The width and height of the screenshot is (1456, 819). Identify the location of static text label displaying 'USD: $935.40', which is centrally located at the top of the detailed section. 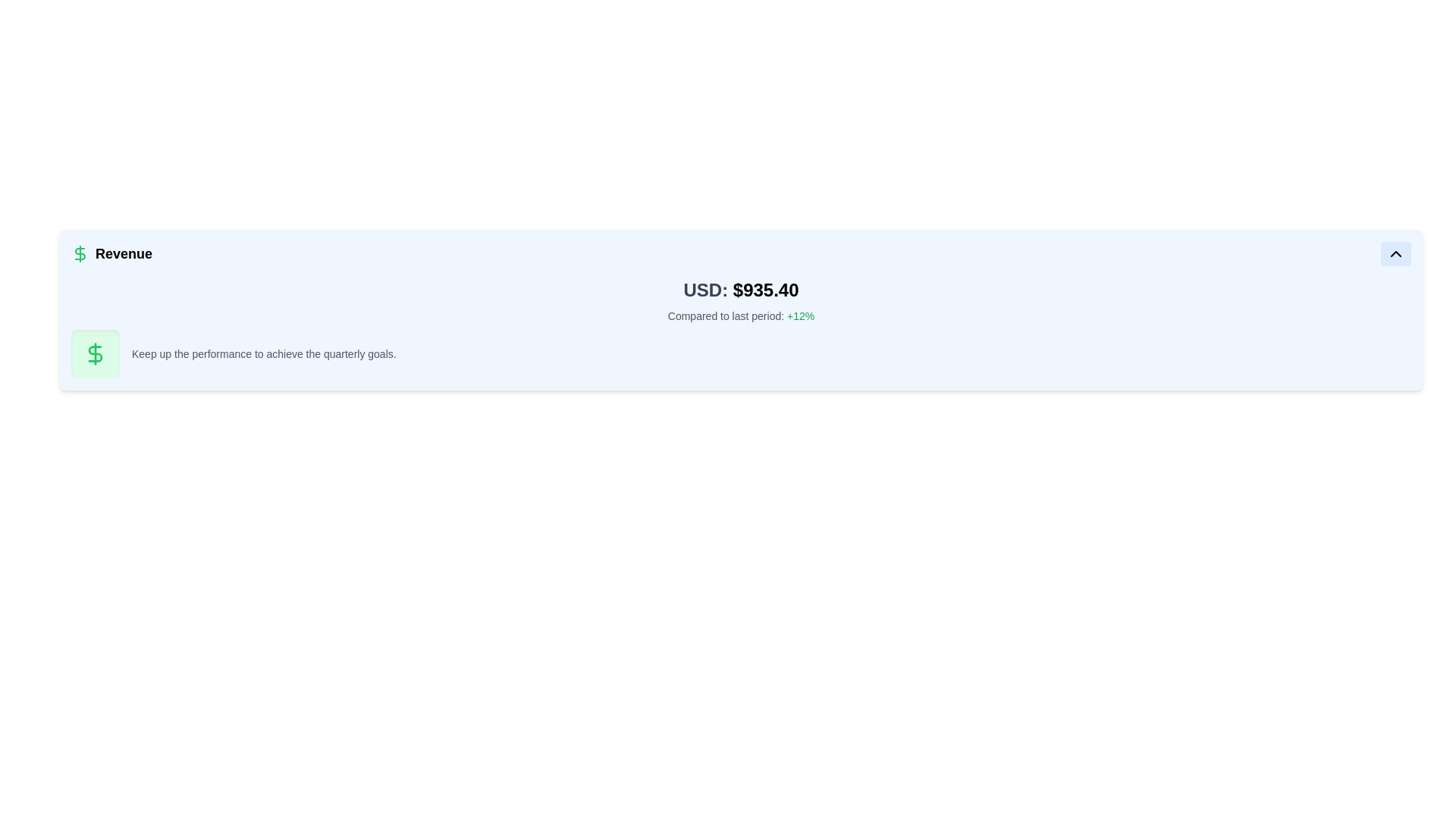
(741, 290).